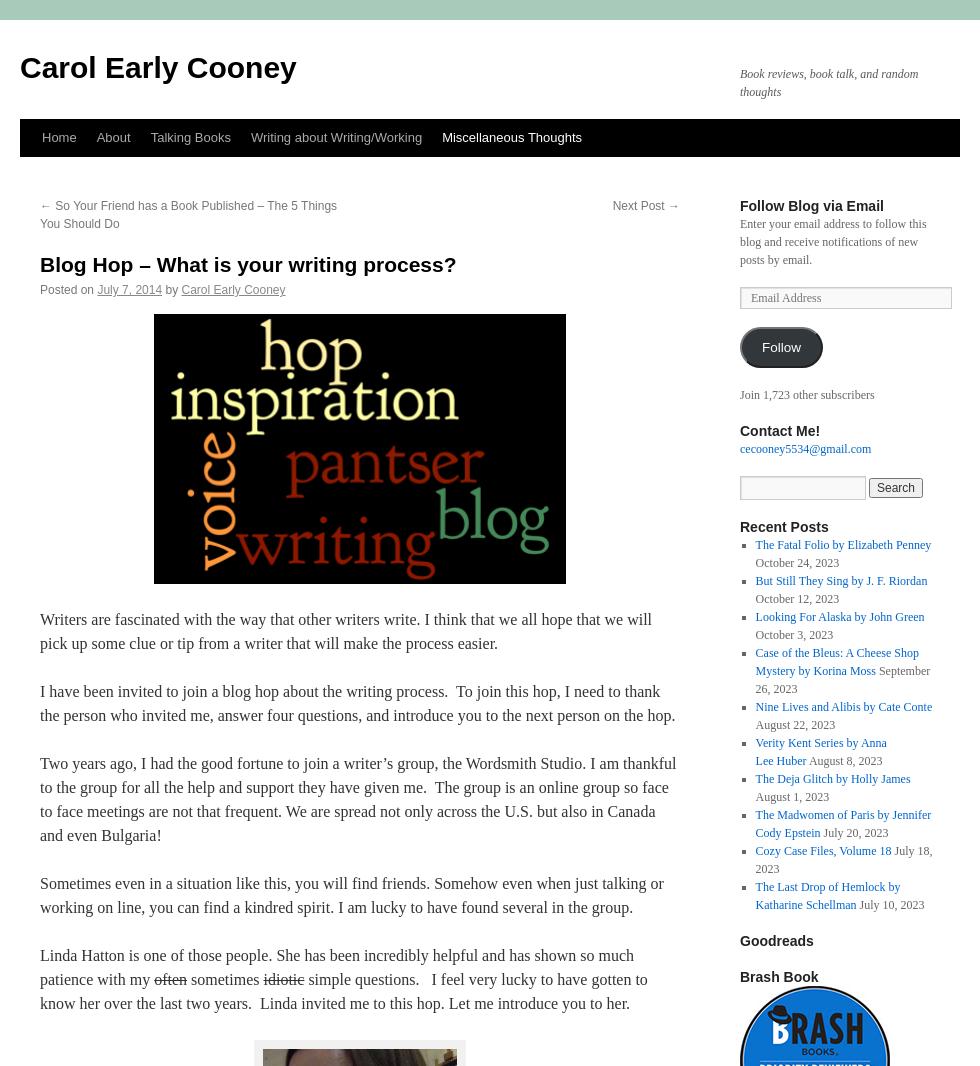 The image size is (980, 1066). What do you see at coordinates (129, 289) in the screenshot?
I see `'July 7, 2014'` at bounding box center [129, 289].